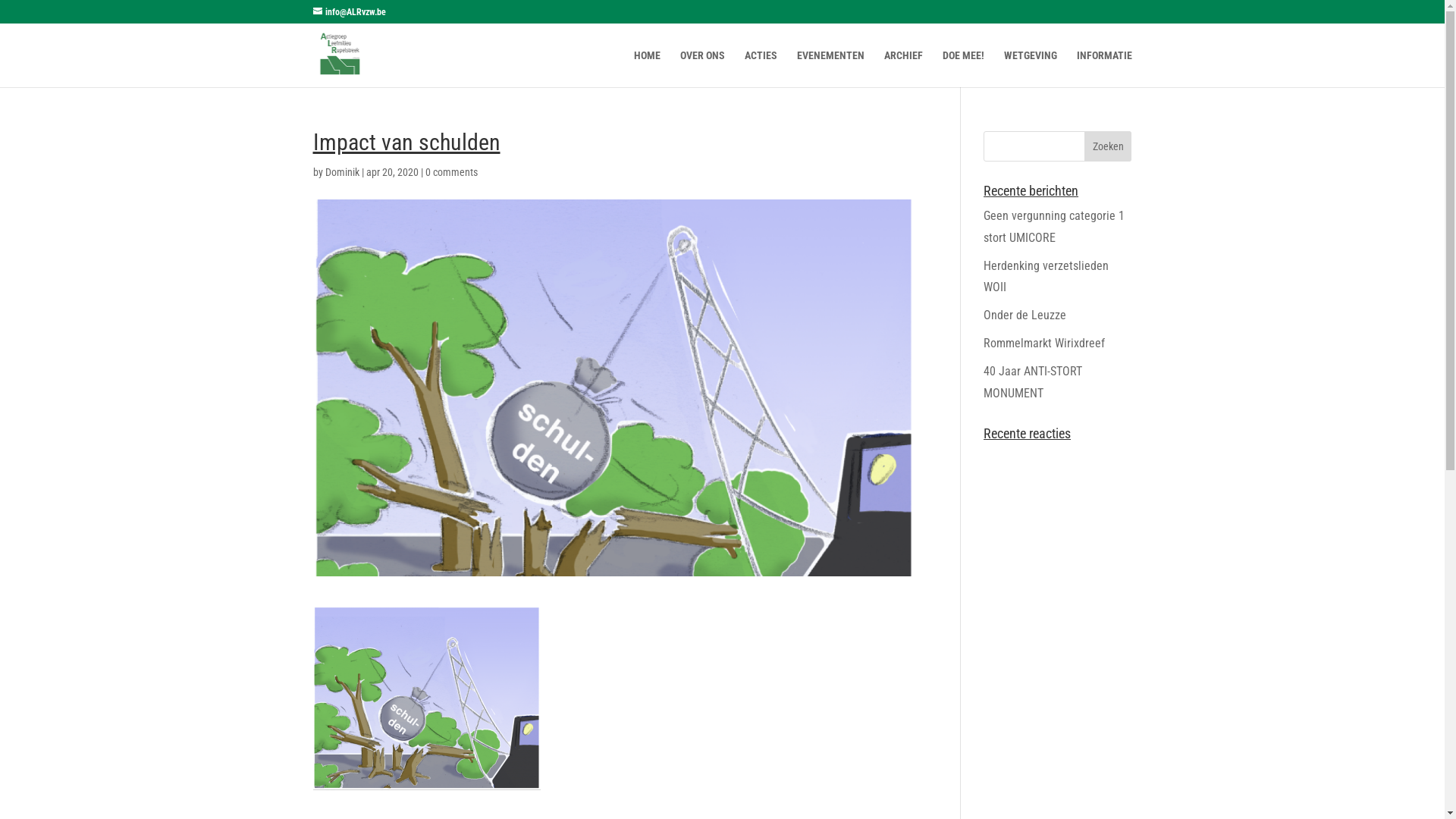 This screenshot has width=1456, height=819. Describe the element at coordinates (941, 68) in the screenshot. I see `'DOE MEE!'` at that location.